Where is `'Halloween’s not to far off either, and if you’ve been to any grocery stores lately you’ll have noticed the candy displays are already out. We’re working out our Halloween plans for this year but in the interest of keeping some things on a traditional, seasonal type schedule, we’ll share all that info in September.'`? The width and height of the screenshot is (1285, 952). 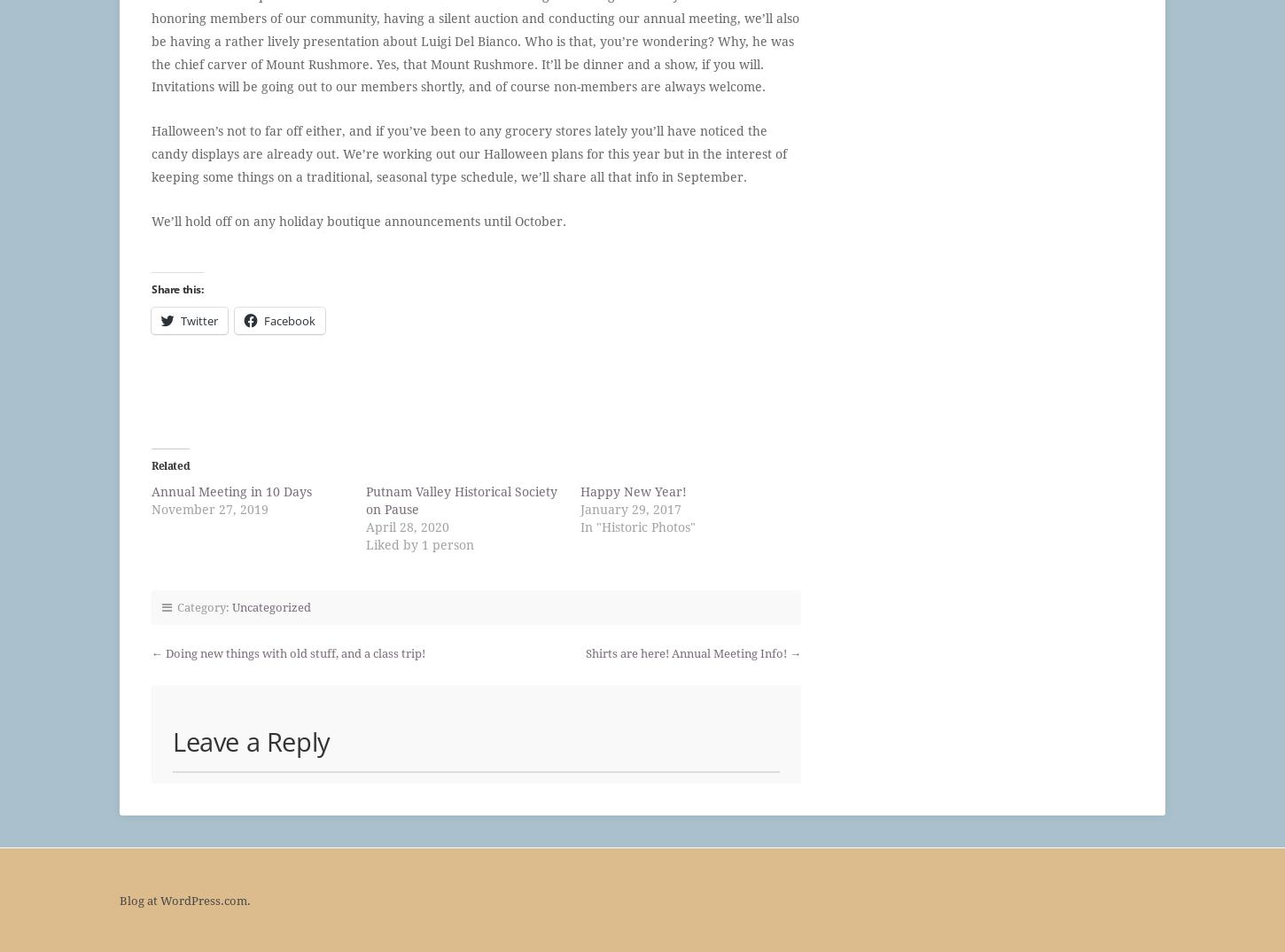 'Halloween’s not to far off either, and if you’ve been to any grocery stores lately you’ll have noticed the candy displays are already out. We’re working out our Halloween plans for this year but in the interest of keeping some things on a traditional, seasonal type schedule, we’ll share all that info in September.' is located at coordinates (469, 153).